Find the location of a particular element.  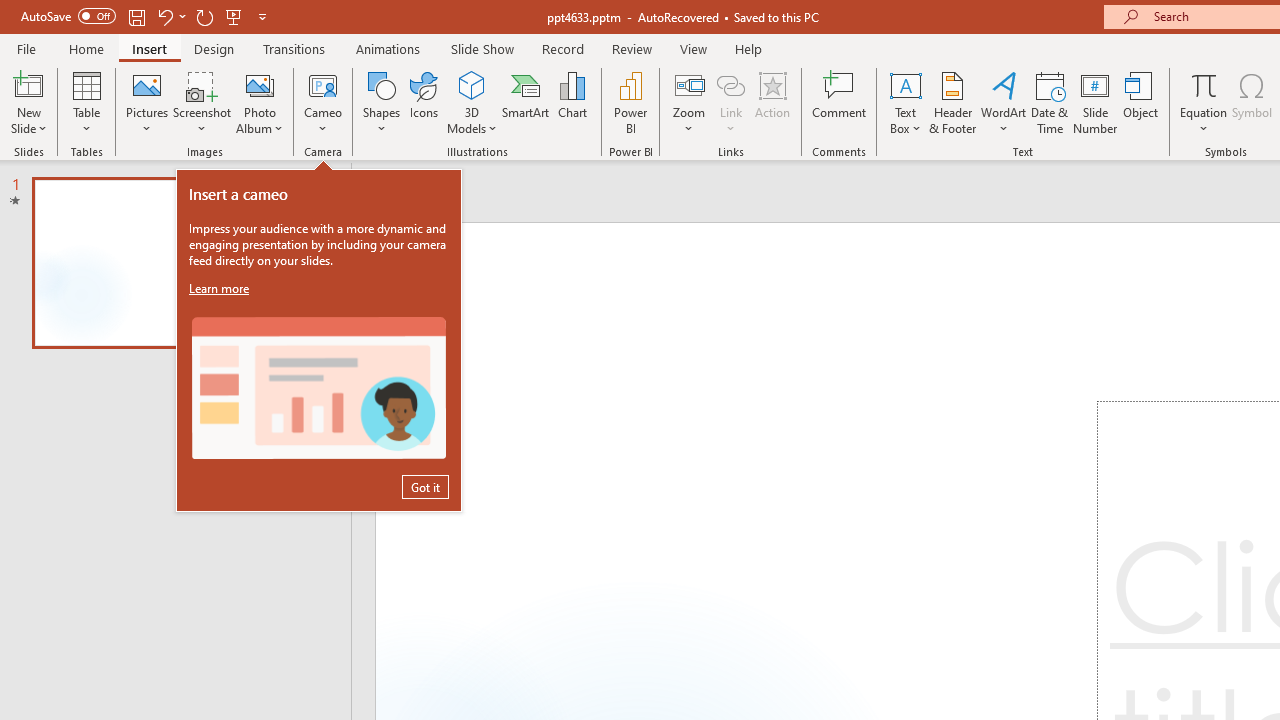

'Photo Album...' is located at coordinates (258, 103).